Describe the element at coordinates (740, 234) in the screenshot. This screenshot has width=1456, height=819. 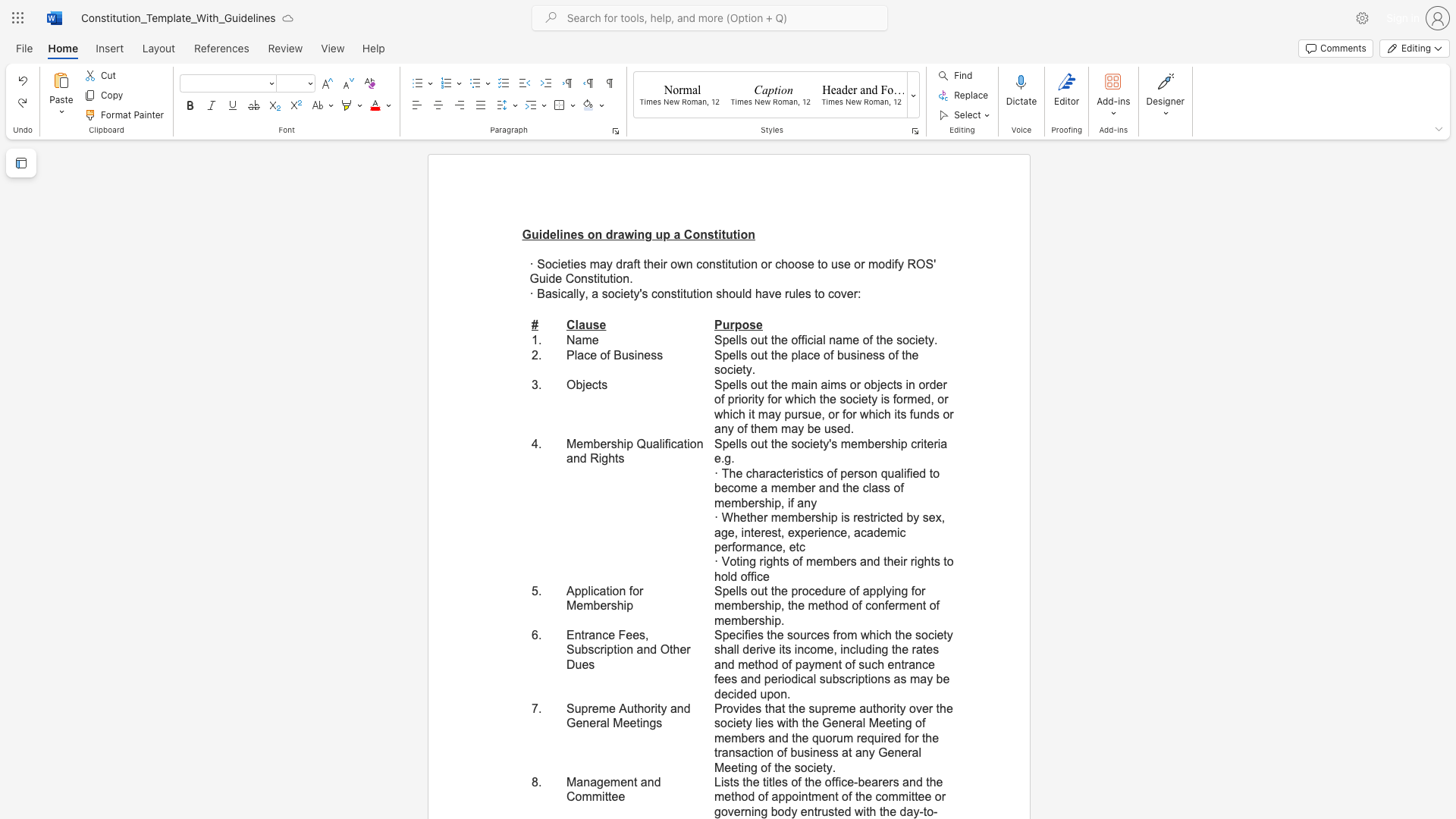
I see `the subset text "on" within the text "Guidelines on drawing up a Constitution"` at that location.